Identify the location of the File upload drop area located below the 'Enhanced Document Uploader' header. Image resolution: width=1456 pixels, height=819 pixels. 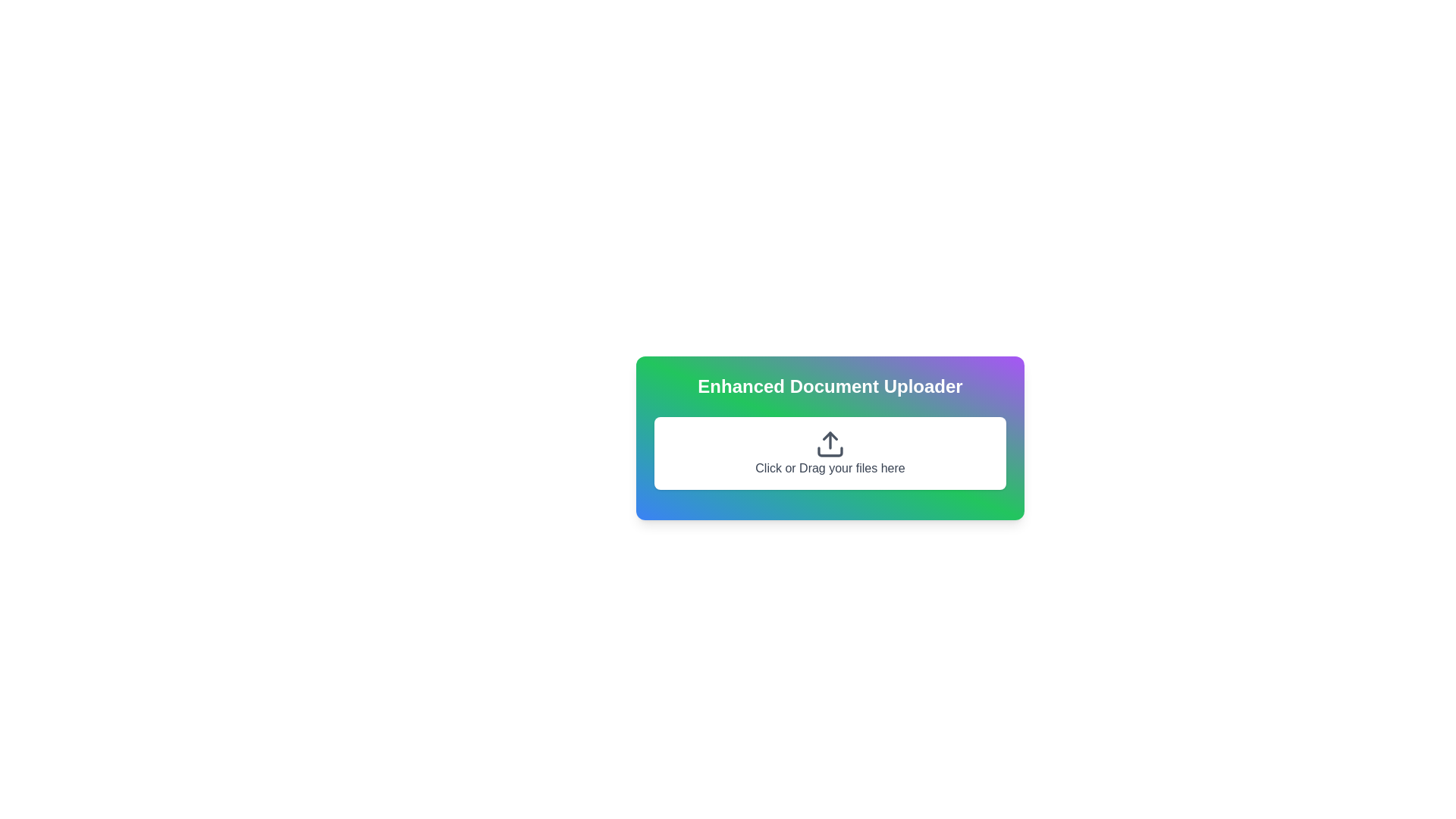
(829, 452).